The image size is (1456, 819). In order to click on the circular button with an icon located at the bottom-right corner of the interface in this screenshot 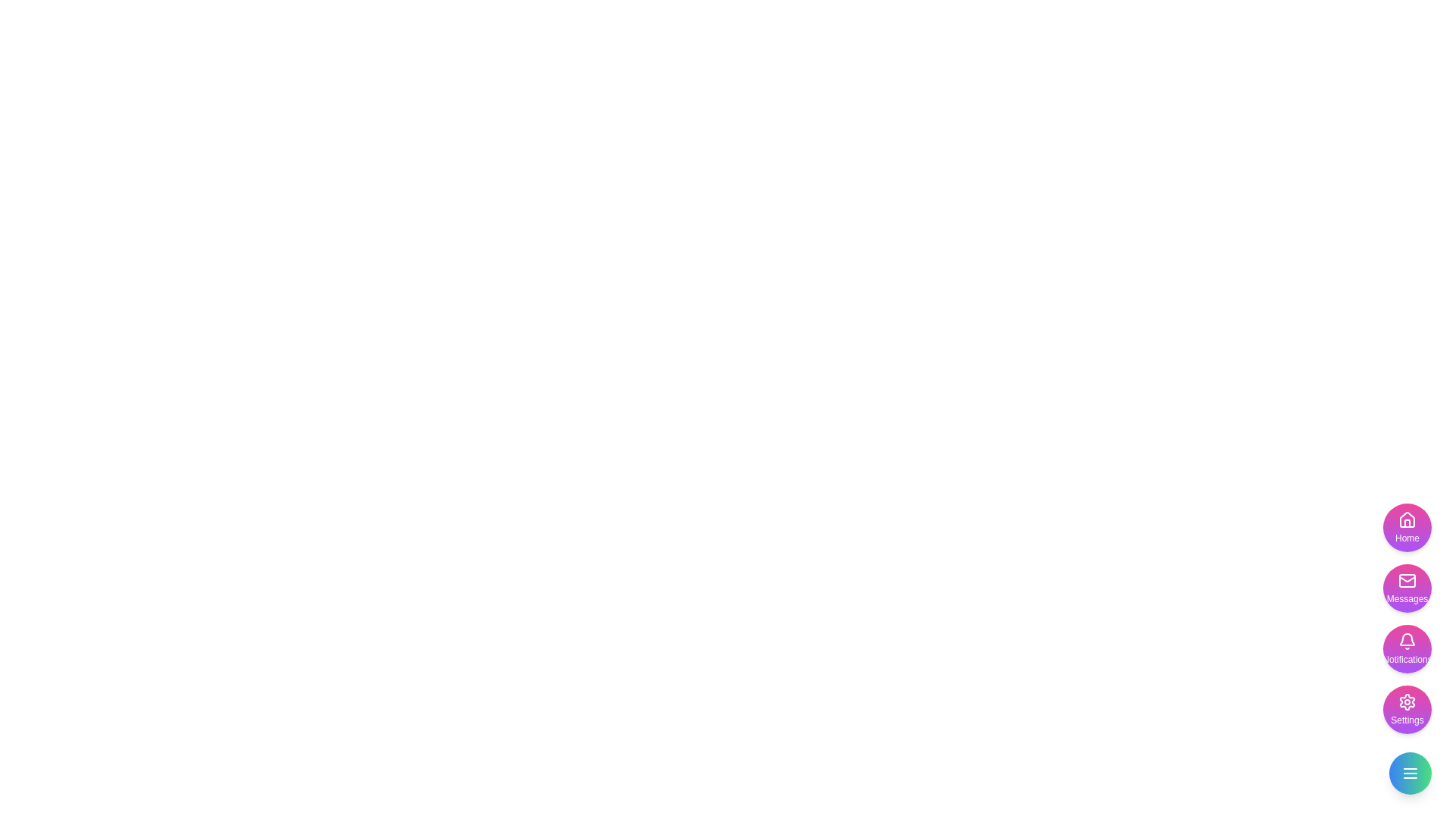, I will do `click(1410, 773)`.